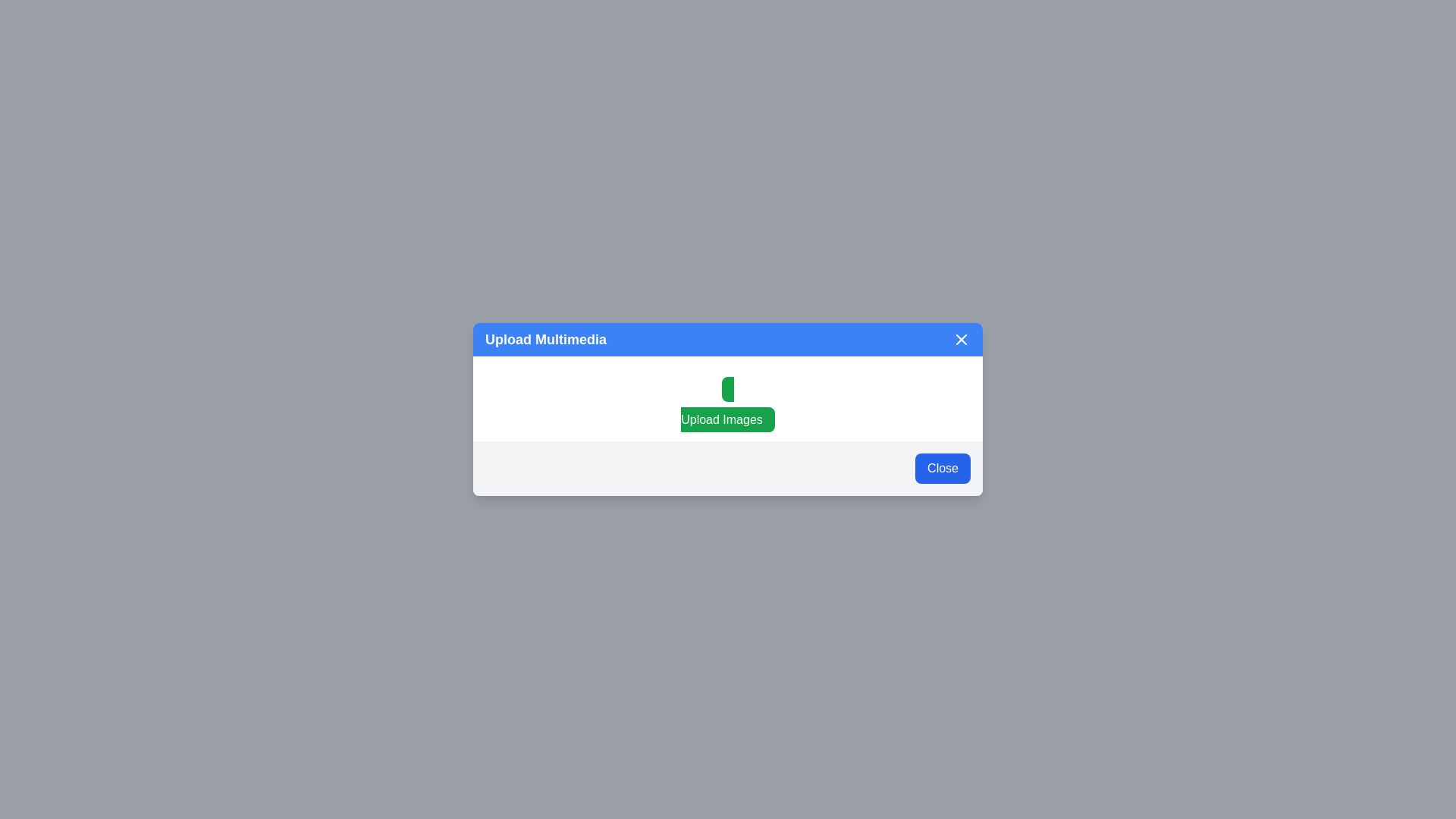  What do you see at coordinates (942, 467) in the screenshot?
I see `the closing button located in the lower-right corner of the modal dialog` at bounding box center [942, 467].